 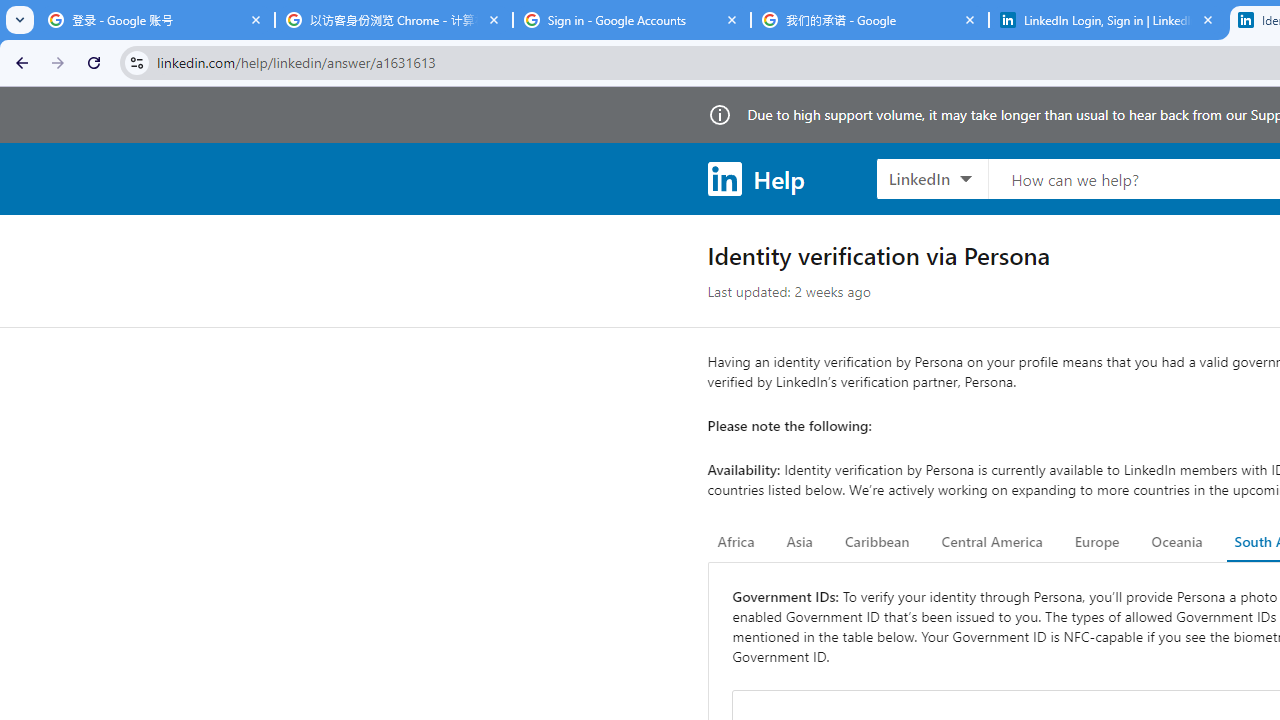 What do you see at coordinates (1176, 542) in the screenshot?
I see `'Oceania'` at bounding box center [1176, 542].